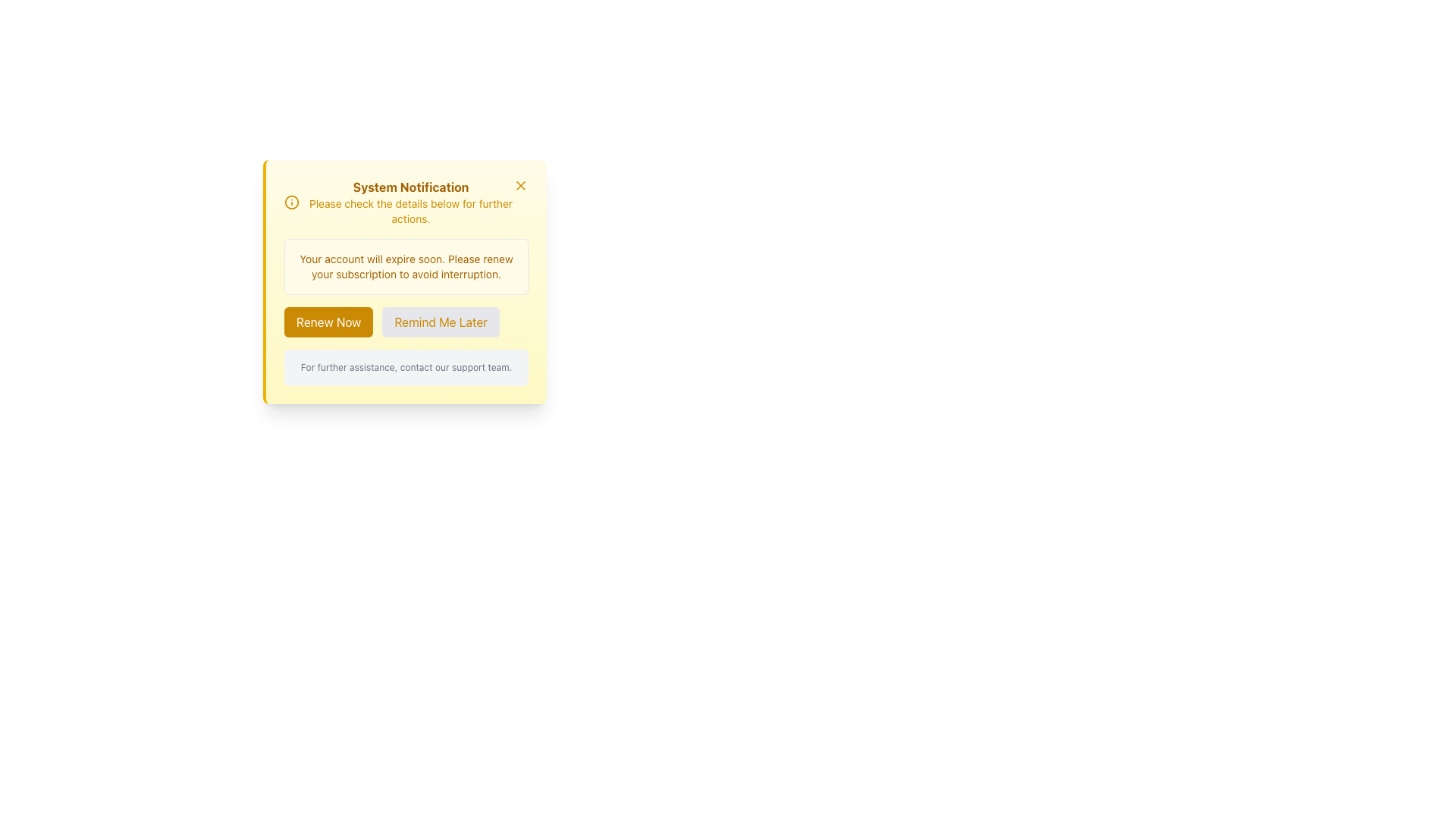 The width and height of the screenshot is (1456, 819). Describe the element at coordinates (440, 321) in the screenshot. I see `the 'Remind Me Later' button, which has a light gray background and yellow text` at that location.